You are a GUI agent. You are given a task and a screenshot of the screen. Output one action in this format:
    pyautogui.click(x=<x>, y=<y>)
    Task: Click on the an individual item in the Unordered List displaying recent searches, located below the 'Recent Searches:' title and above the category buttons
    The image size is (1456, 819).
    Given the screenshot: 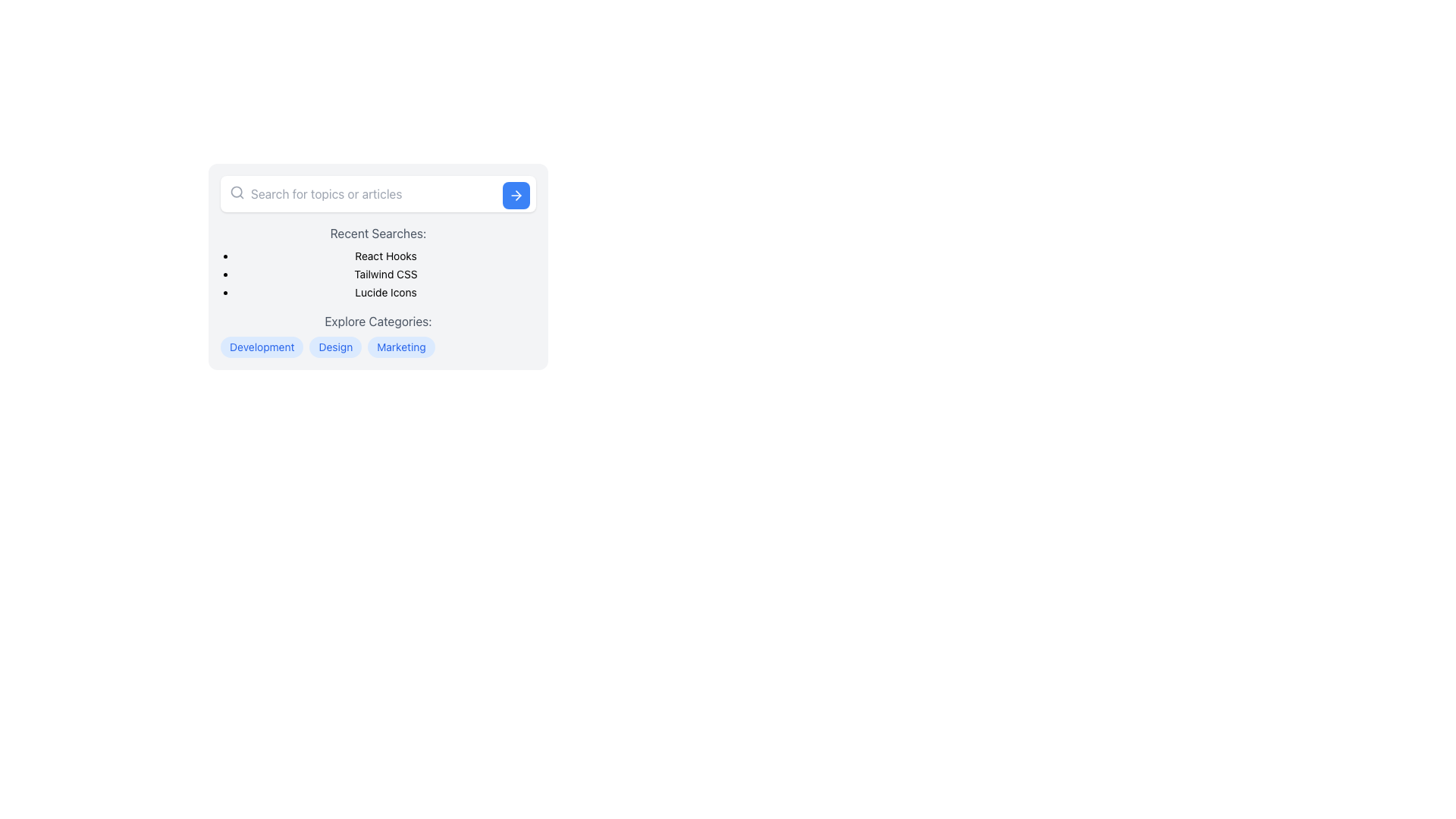 What is the action you would take?
    pyautogui.click(x=378, y=275)
    